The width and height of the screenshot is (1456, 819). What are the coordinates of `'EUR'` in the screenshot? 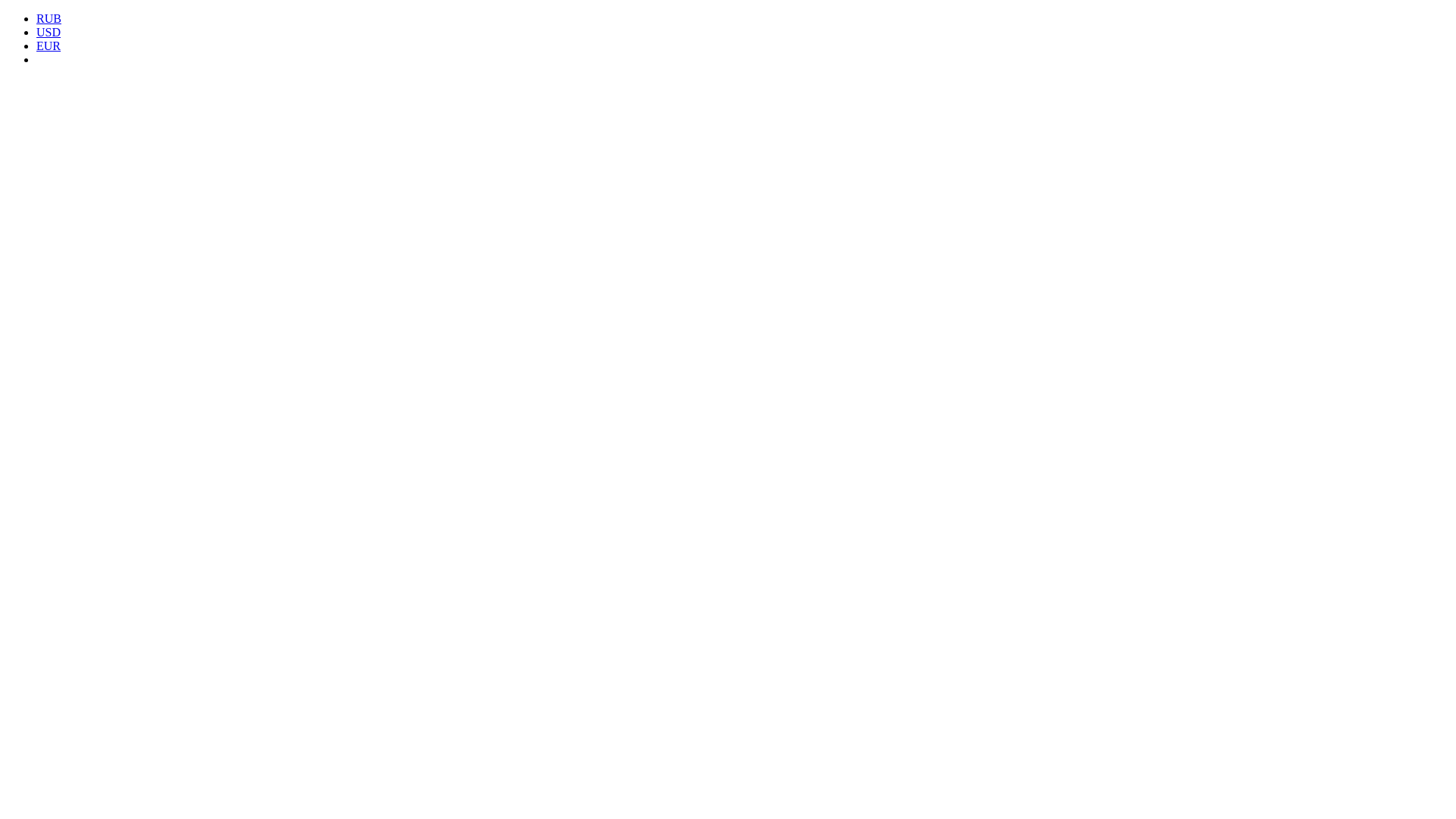 It's located at (36, 45).